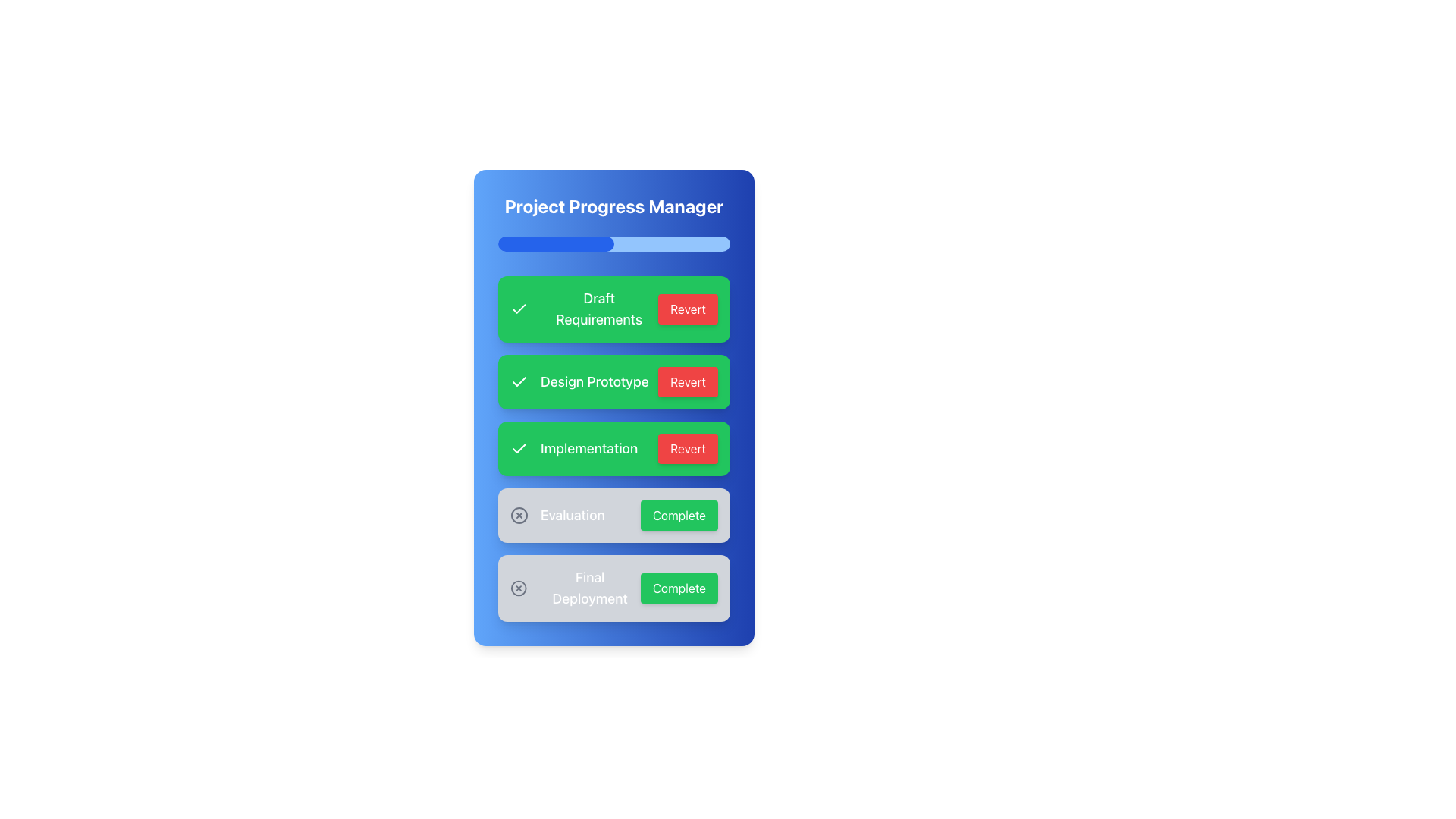 The image size is (1456, 819). What do you see at coordinates (519, 447) in the screenshot?
I see `the icon button located on the left side of the 'Implementation' label` at bounding box center [519, 447].